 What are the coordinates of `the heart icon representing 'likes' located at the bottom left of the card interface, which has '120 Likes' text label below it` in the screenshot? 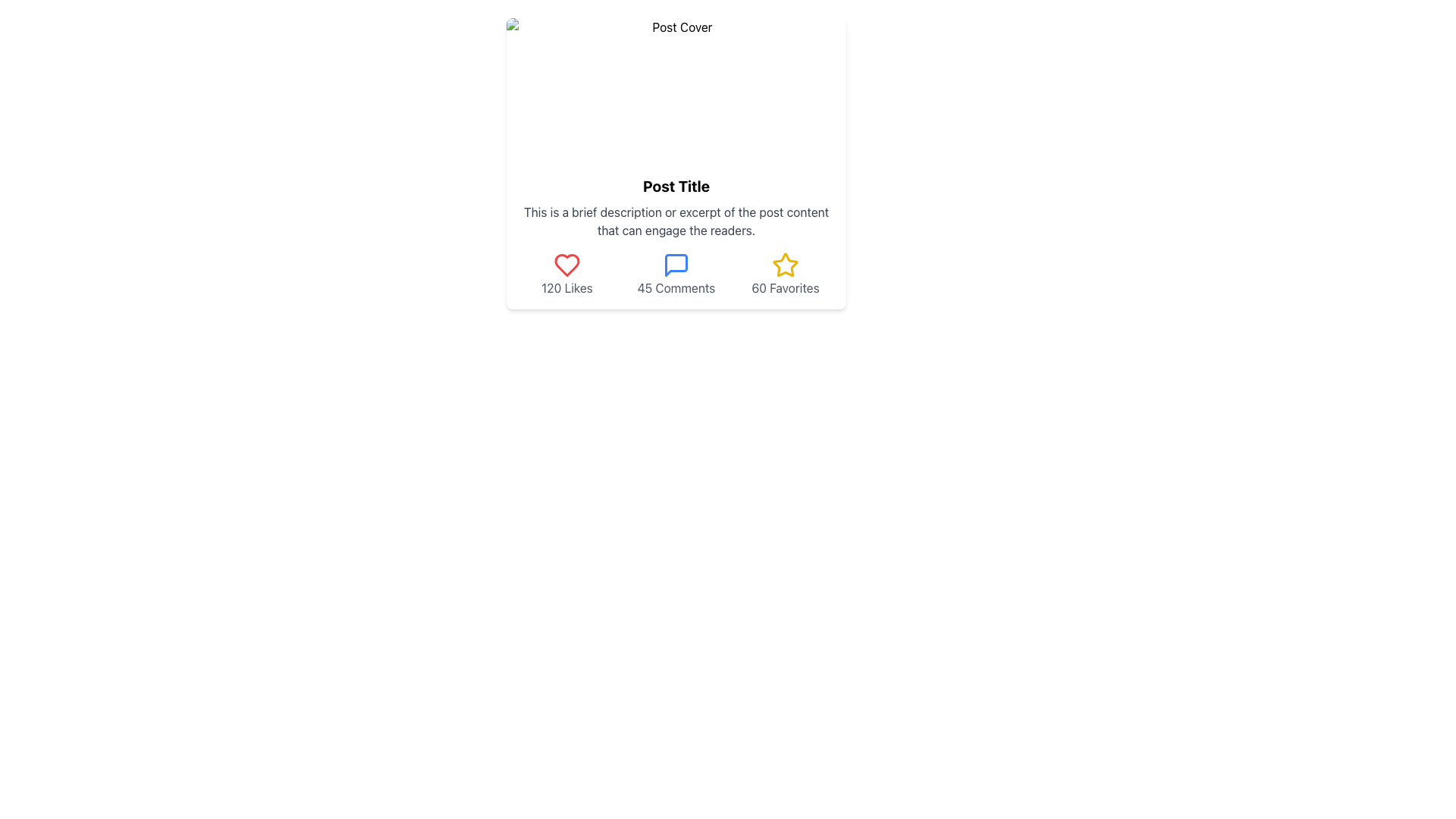 It's located at (566, 265).